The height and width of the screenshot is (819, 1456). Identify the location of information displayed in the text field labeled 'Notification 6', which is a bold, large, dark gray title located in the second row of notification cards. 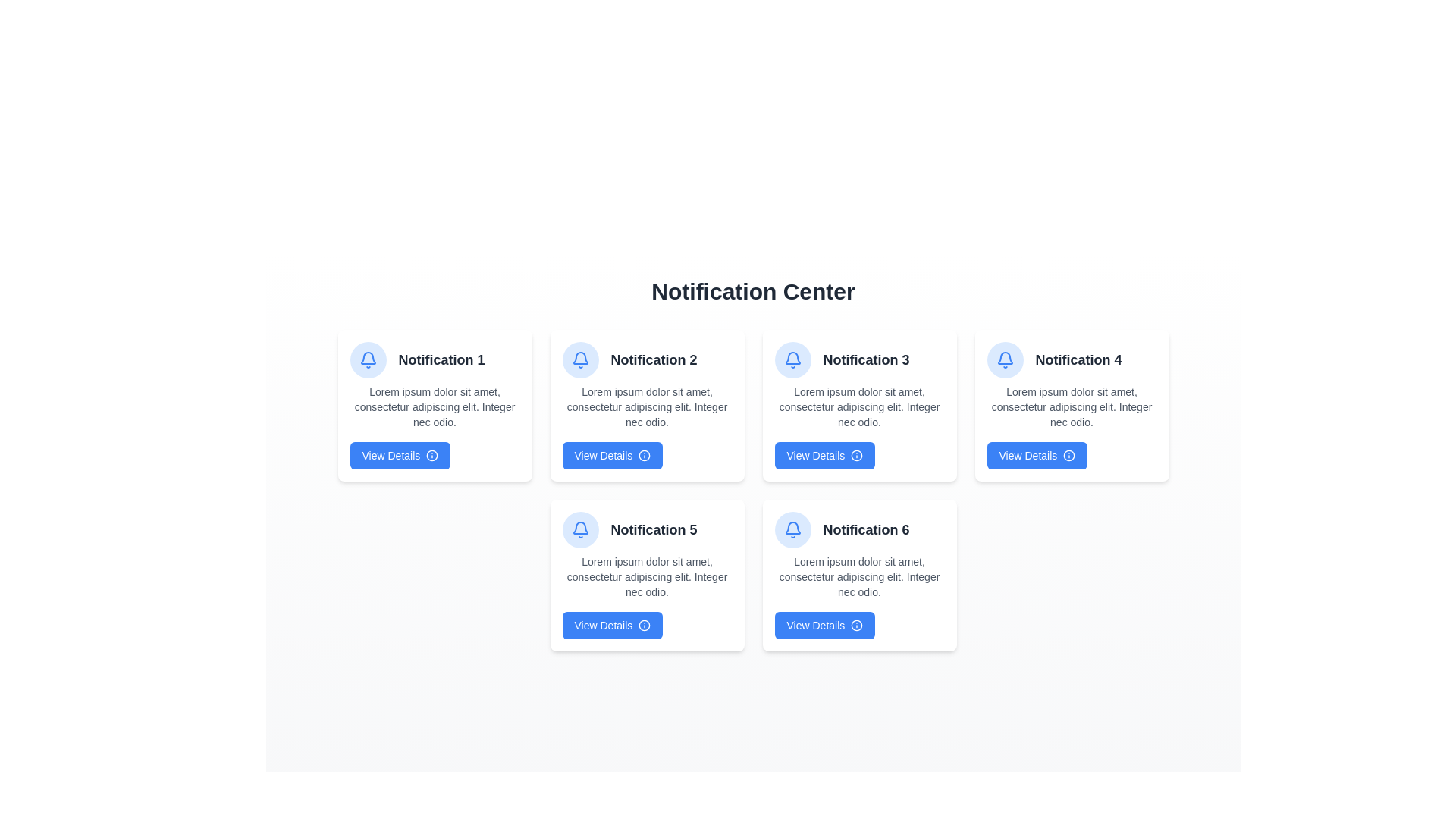
(866, 529).